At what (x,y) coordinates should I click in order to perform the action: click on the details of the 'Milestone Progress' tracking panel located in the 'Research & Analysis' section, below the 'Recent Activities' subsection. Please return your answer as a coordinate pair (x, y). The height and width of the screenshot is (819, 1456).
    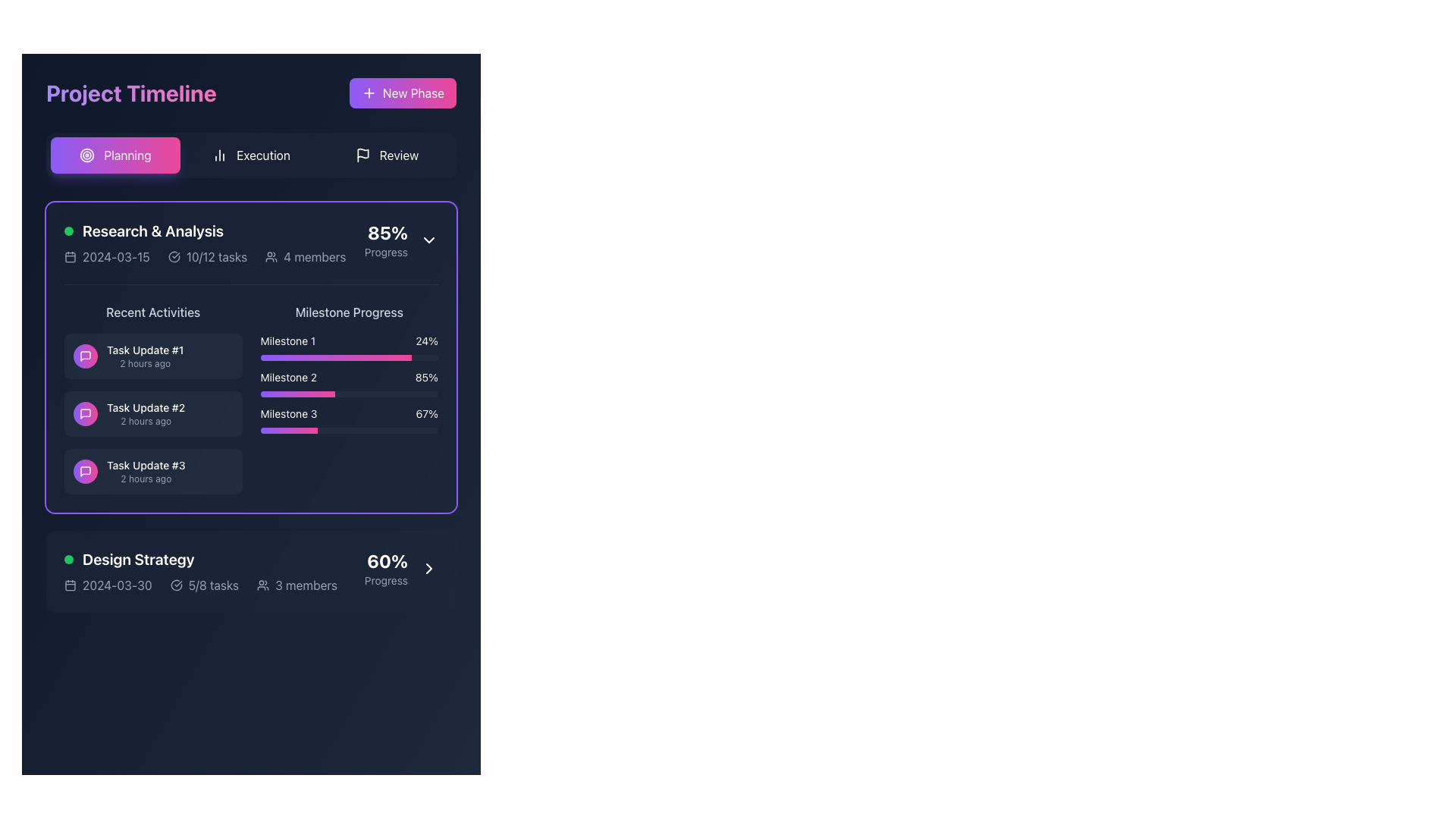
    Looking at the image, I should click on (348, 397).